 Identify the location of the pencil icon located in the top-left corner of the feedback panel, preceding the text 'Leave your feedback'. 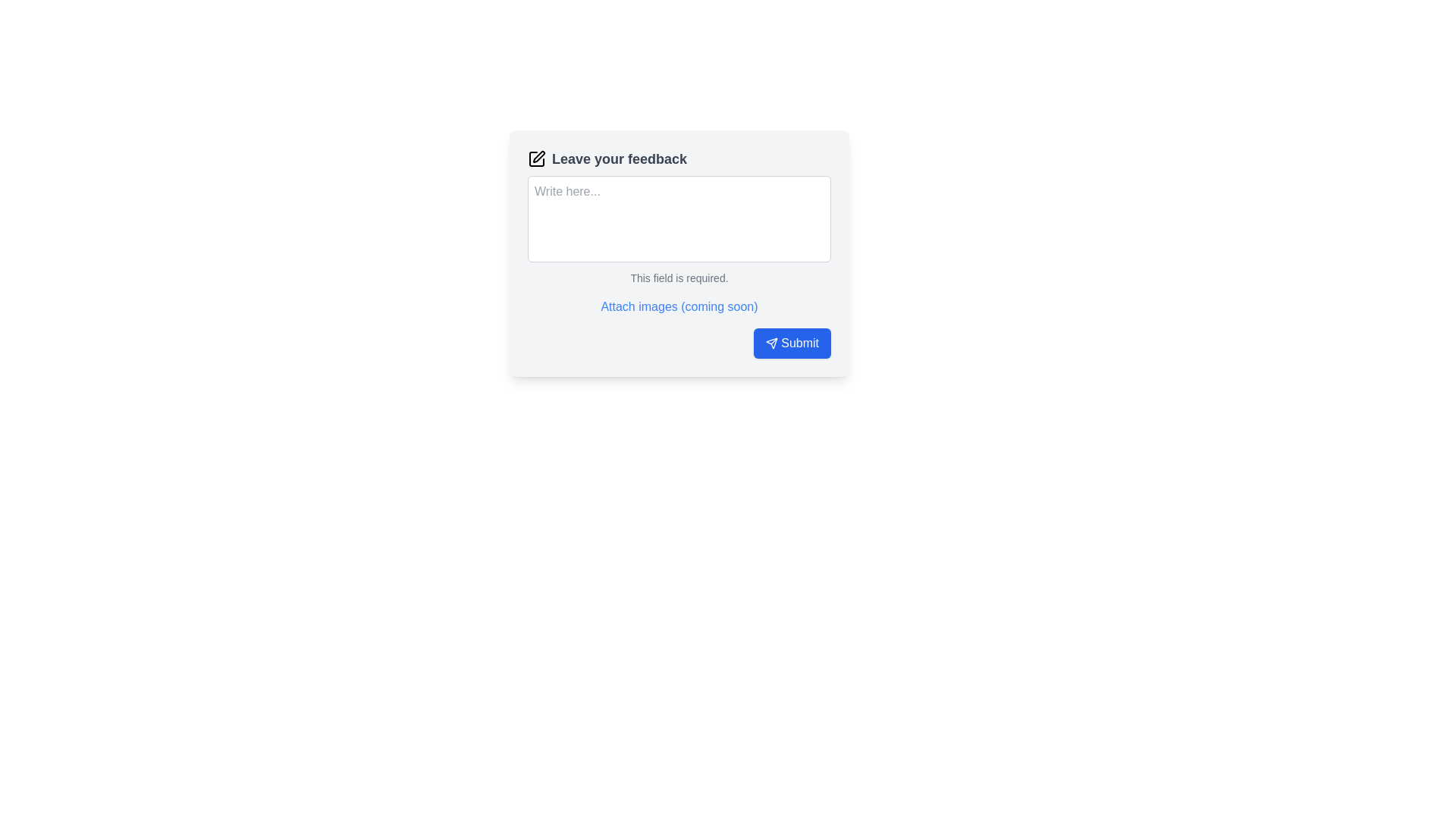
(537, 158).